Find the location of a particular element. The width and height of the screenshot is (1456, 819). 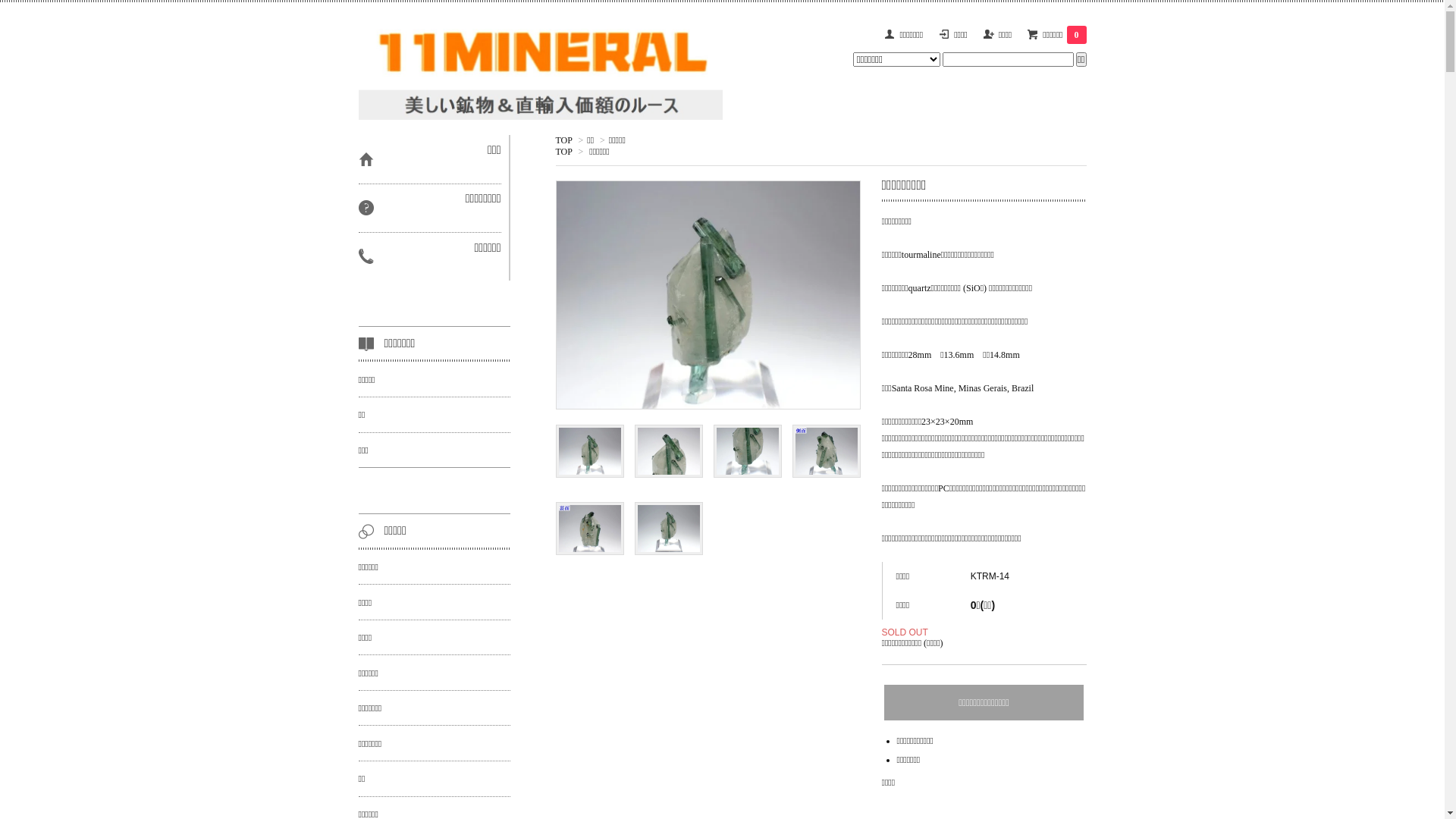

'TOP' is located at coordinates (563, 140).